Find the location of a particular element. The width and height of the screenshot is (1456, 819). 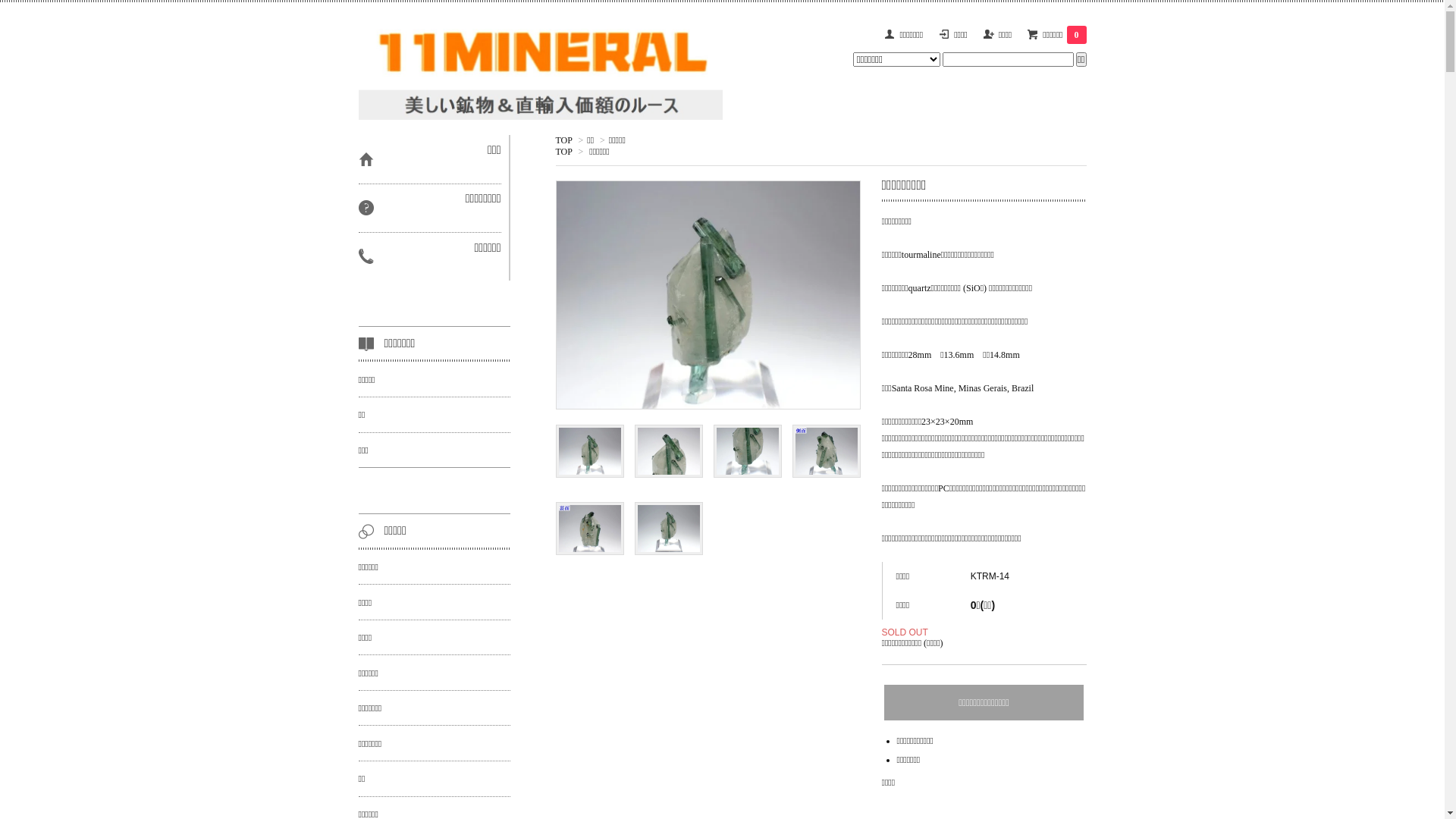

'TOP' is located at coordinates (563, 140).